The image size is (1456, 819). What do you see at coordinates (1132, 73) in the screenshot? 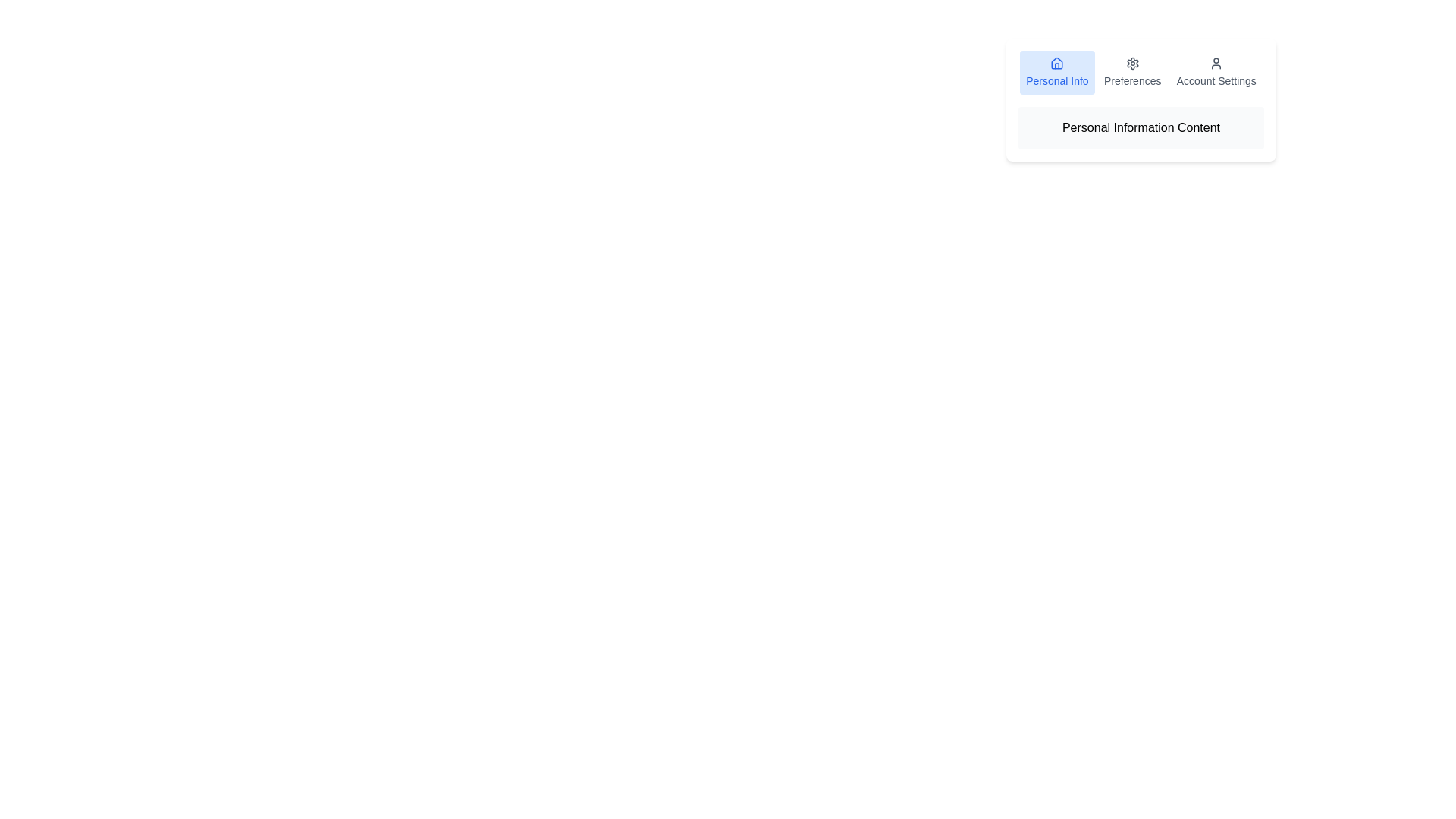
I see `the 'Preferences' button, which features a cogwheel icon above the text, positioned centrally within a group of three buttons` at bounding box center [1132, 73].